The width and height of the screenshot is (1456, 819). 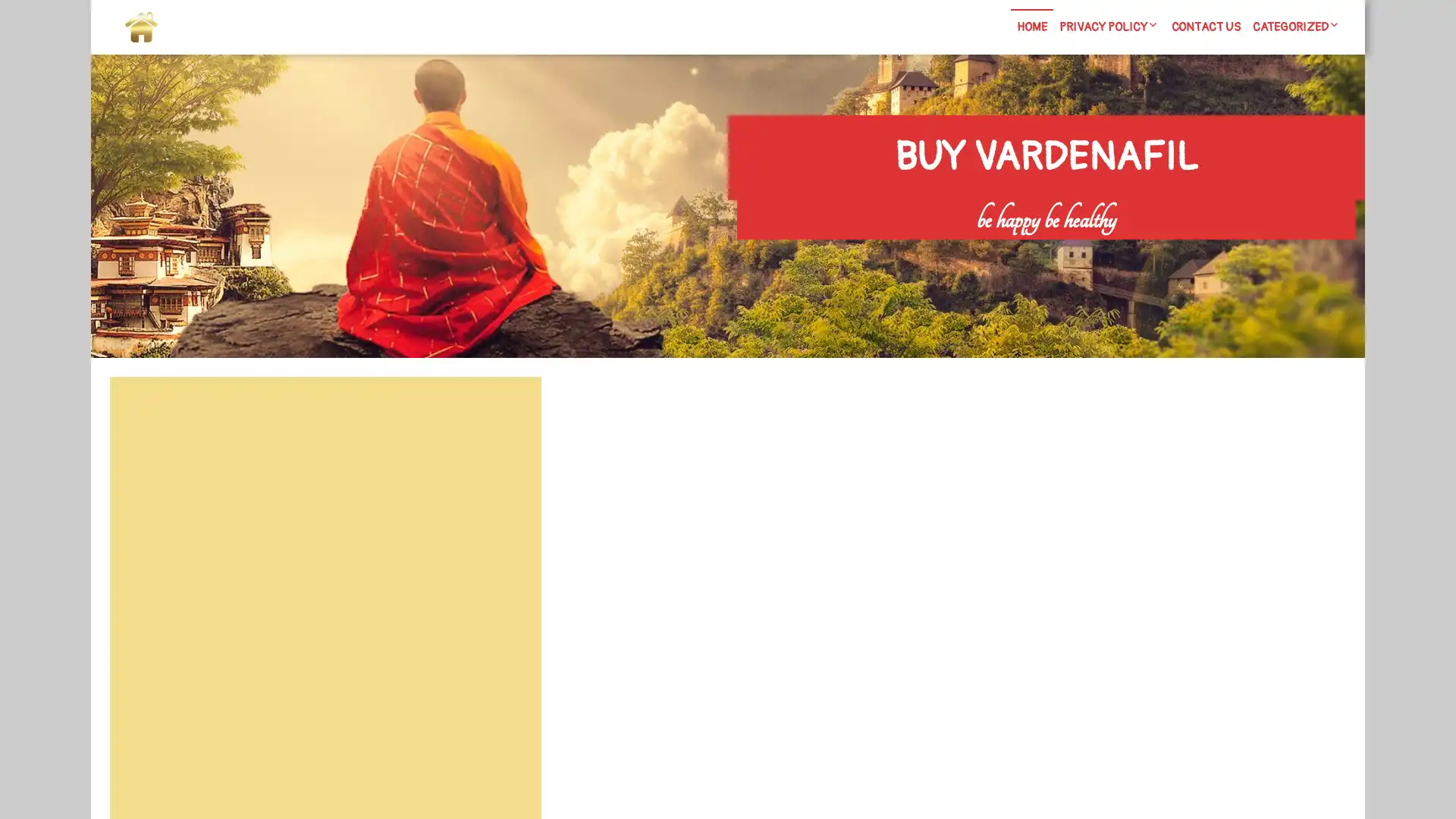 I want to click on Search, so click(x=506, y=413).